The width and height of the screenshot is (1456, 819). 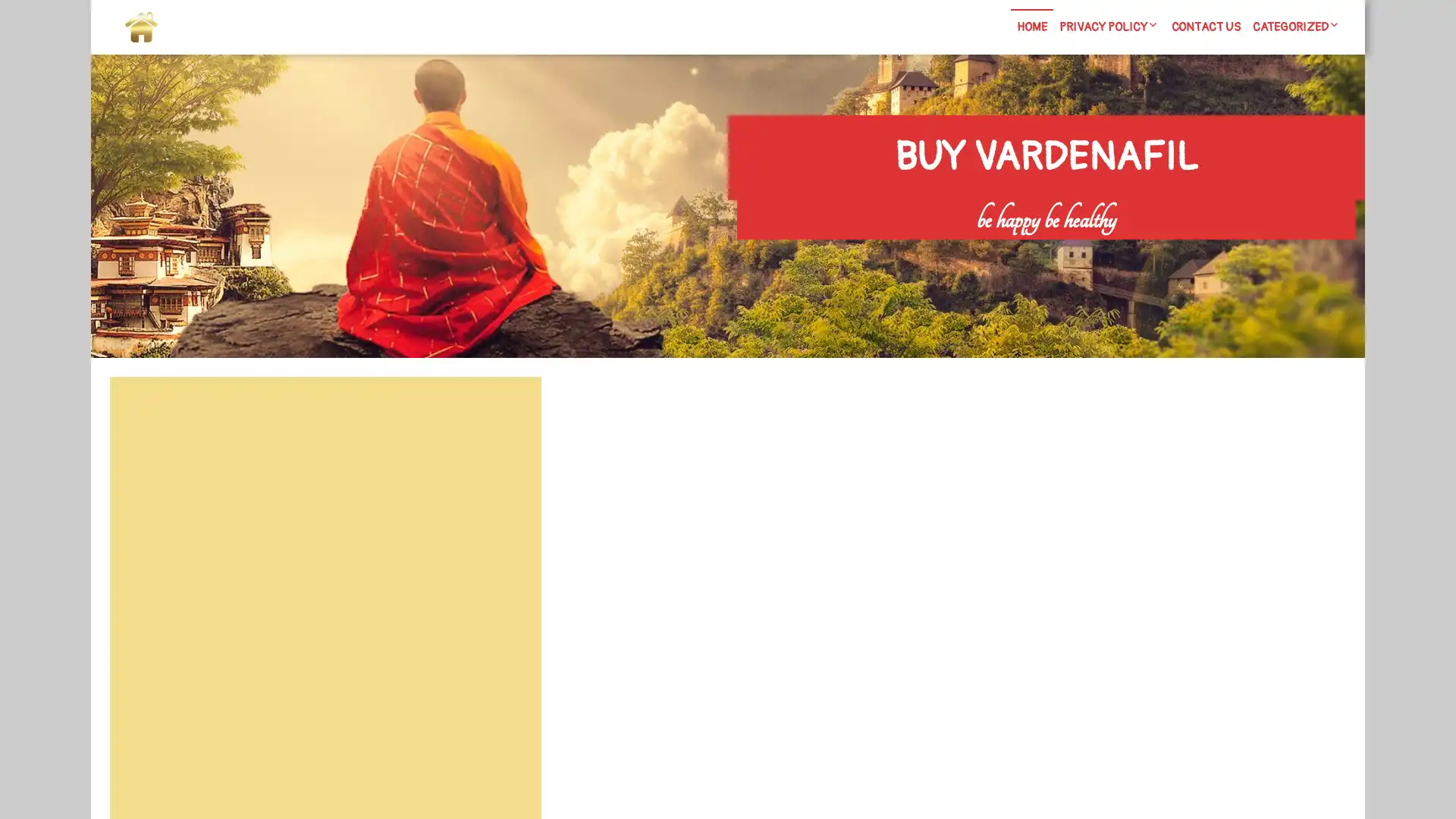 I want to click on Search, so click(x=506, y=413).